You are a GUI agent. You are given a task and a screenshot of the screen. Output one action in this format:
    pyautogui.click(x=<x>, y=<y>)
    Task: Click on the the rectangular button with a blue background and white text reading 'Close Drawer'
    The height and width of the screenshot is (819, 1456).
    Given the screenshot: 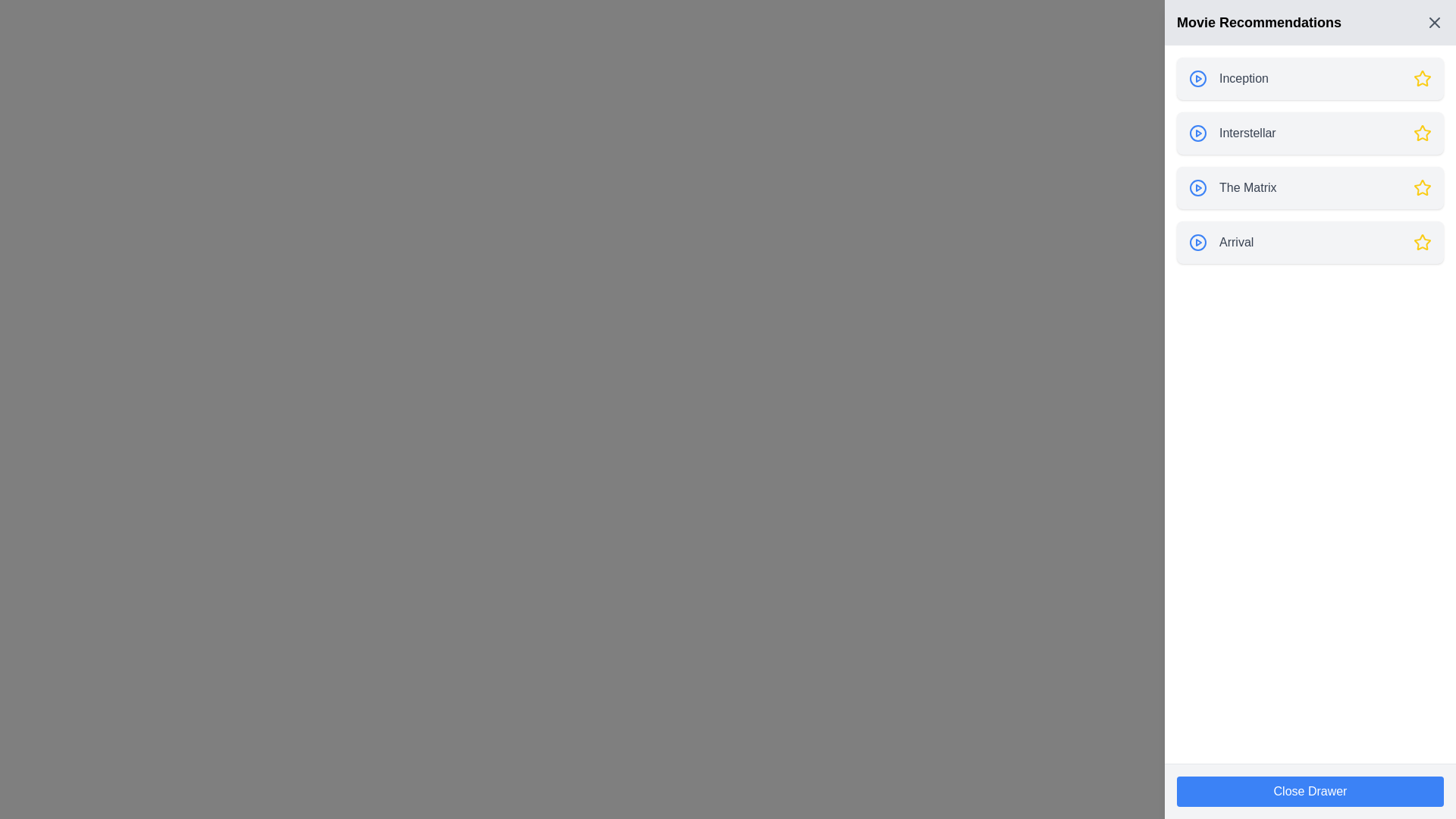 What is the action you would take?
    pyautogui.click(x=1310, y=791)
    